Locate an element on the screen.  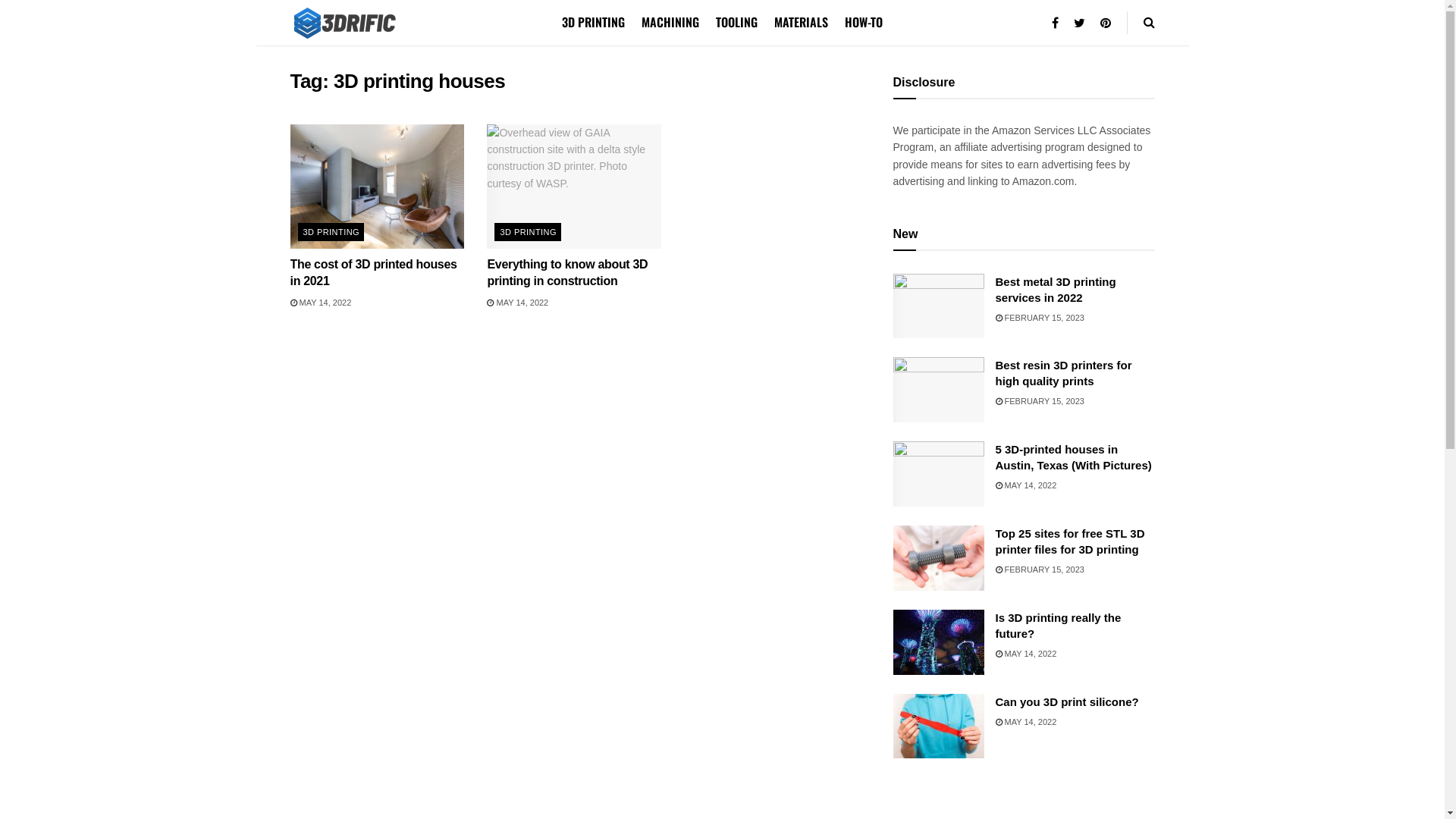
'Everything to know about 3D printing in construction' is located at coordinates (566, 271).